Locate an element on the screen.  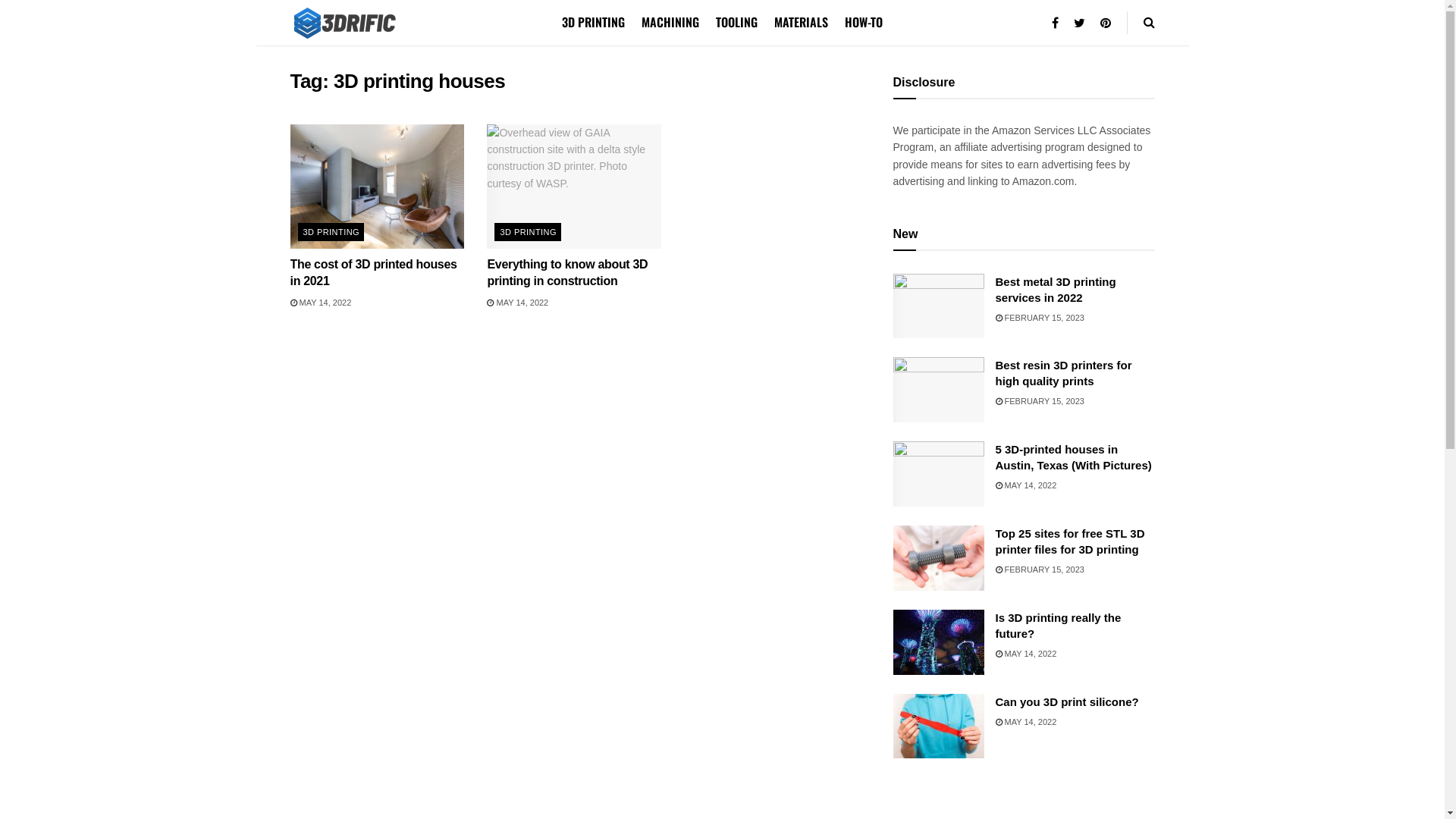
'Everything to know about 3D printing in construction' is located at coordinates (566, 271).